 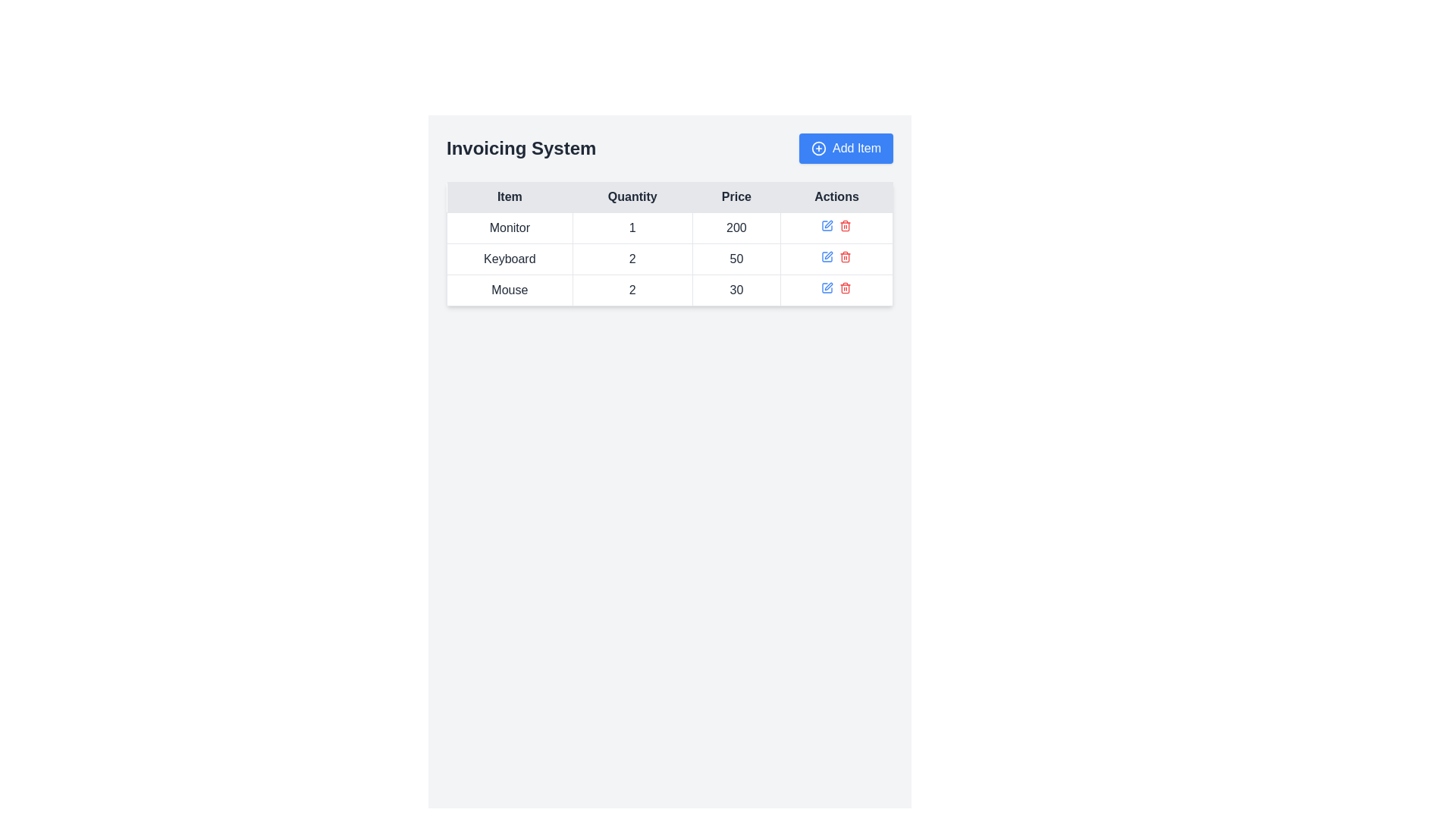 I want to click on the text label displaying '30' in the 'Price' column of the last row corresponding to the 'Mouse' item in the table, so click(x=736, y=290).